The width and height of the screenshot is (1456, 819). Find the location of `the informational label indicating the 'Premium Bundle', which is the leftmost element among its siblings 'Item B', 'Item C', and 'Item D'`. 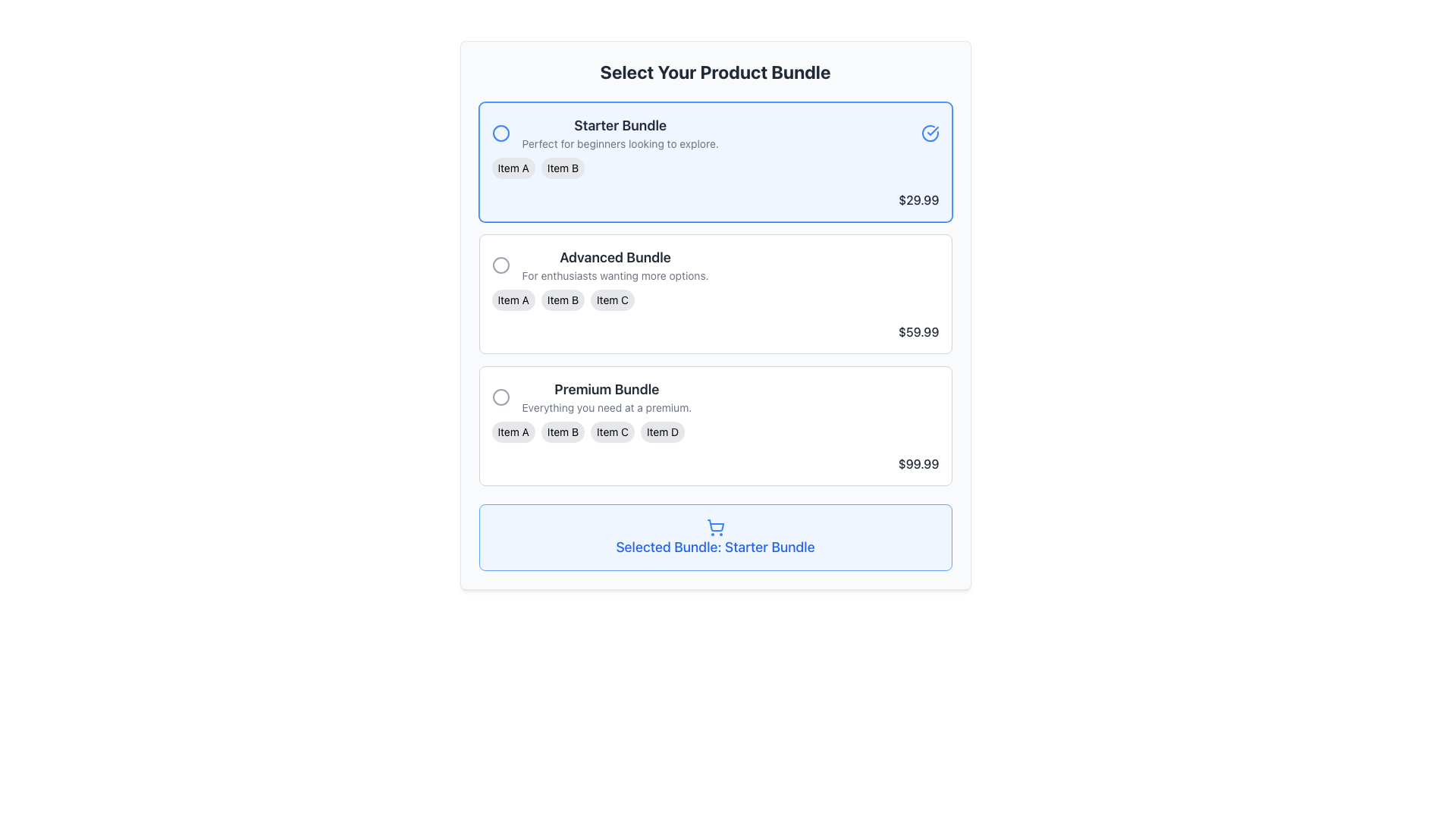

the informational label indicating the 'Premium Bundle', which is the leftmost element among its siblings 'Item B', 'Item C', and 'Item D' is located at coordinates (513, 432).